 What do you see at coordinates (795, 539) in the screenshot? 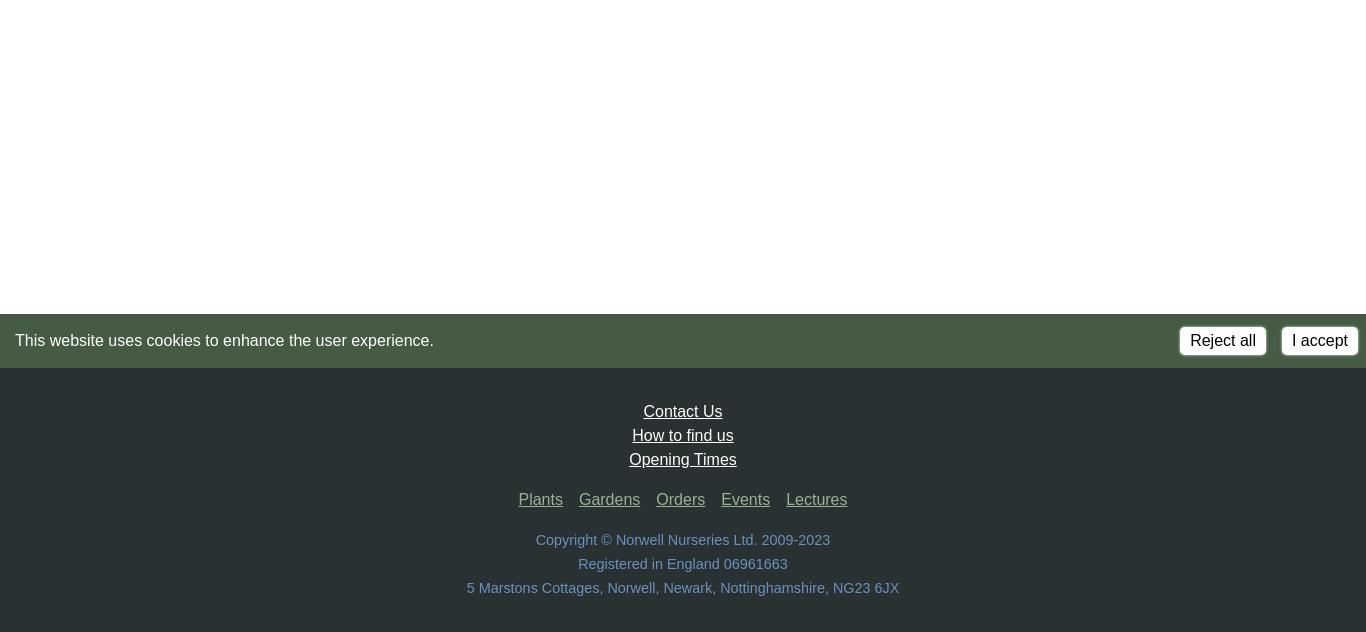
I see `'-'` at bounding box center [795, 539].